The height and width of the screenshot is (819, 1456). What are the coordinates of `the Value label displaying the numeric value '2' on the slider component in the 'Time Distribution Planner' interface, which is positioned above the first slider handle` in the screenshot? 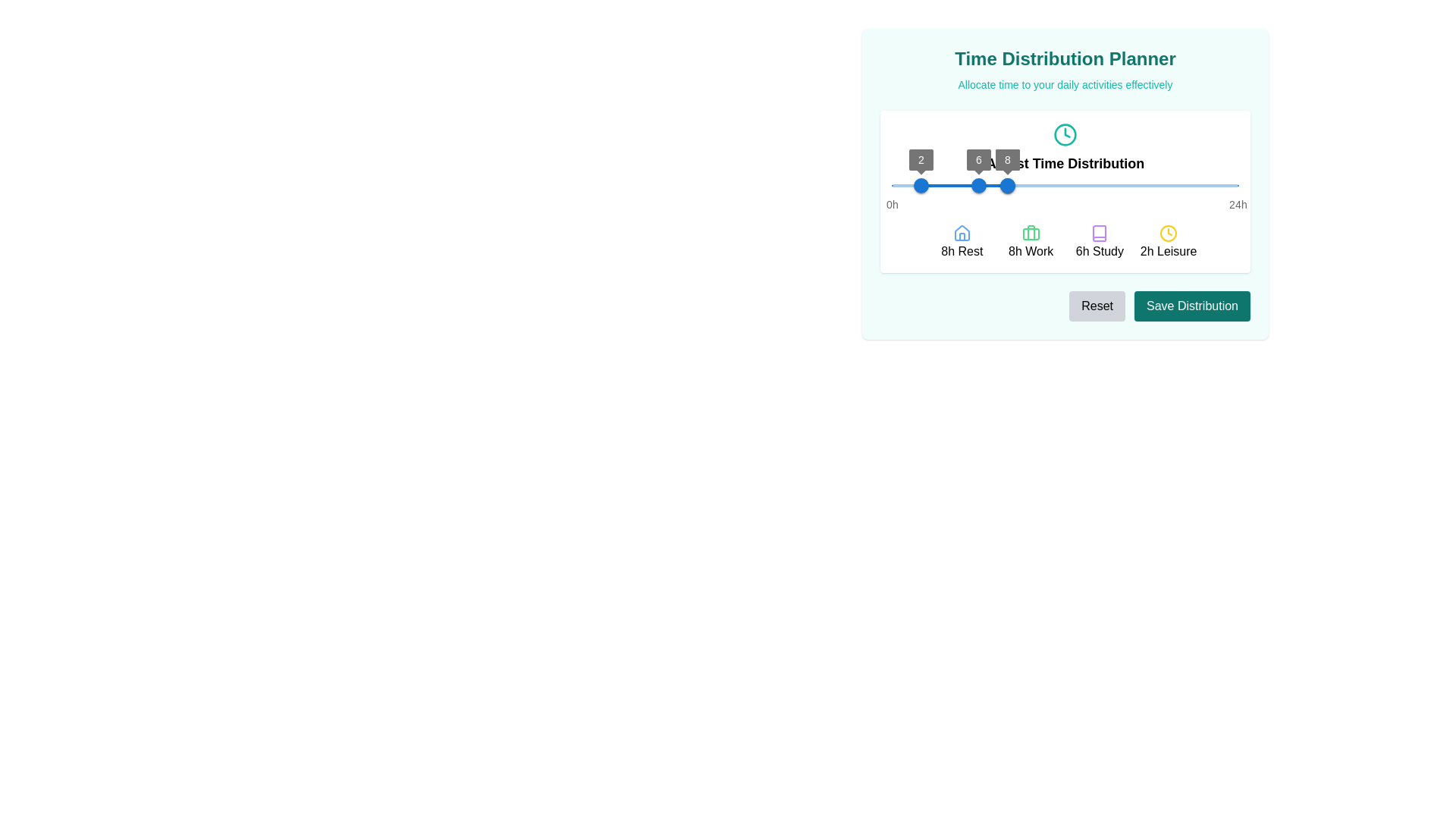 It's located at (920, 160).